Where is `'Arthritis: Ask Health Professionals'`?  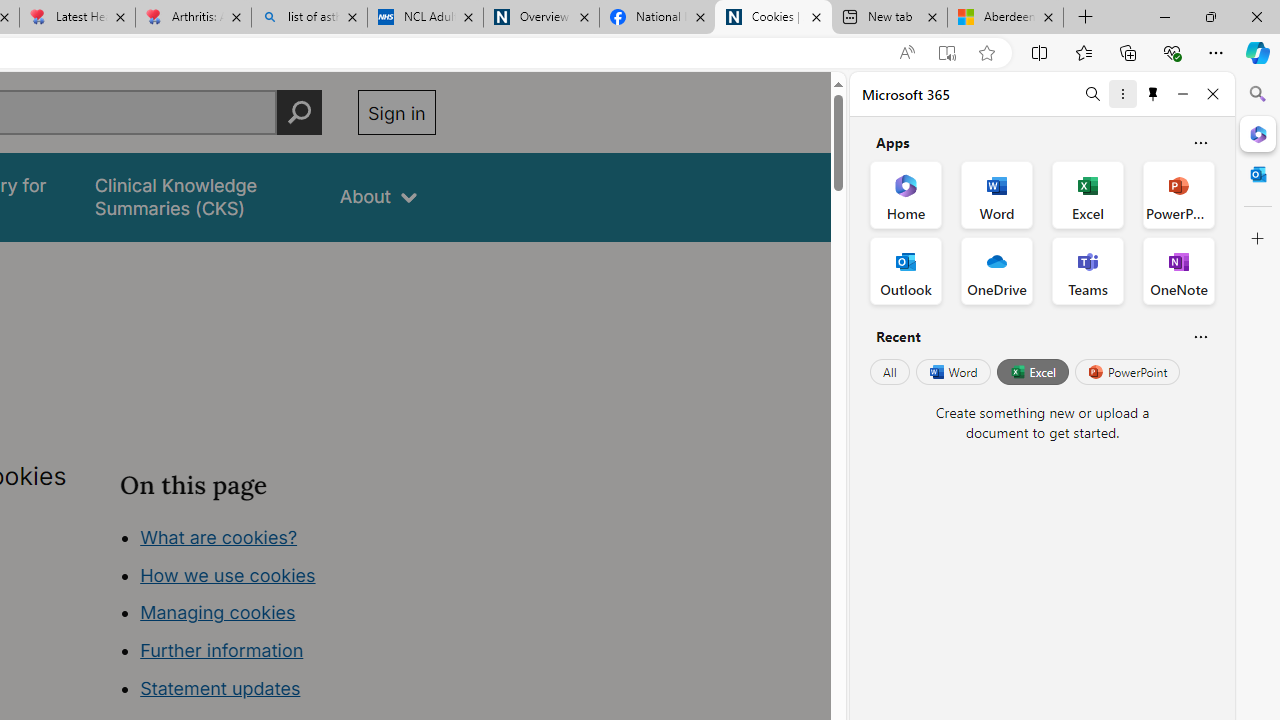 'Arthritis: Ask Health Professionals' is located at coordinates (193, 17).